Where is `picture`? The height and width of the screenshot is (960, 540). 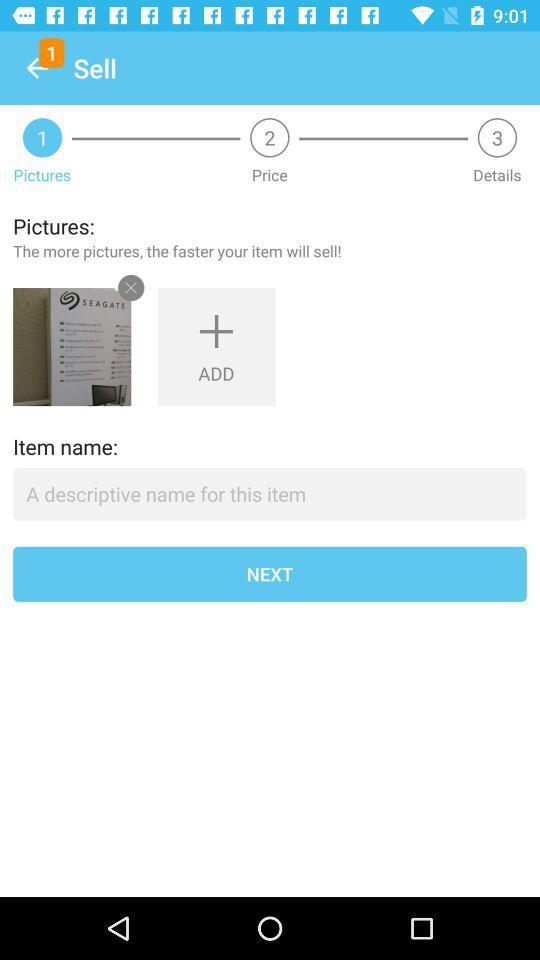
picture is located at coordinates (71, 347).